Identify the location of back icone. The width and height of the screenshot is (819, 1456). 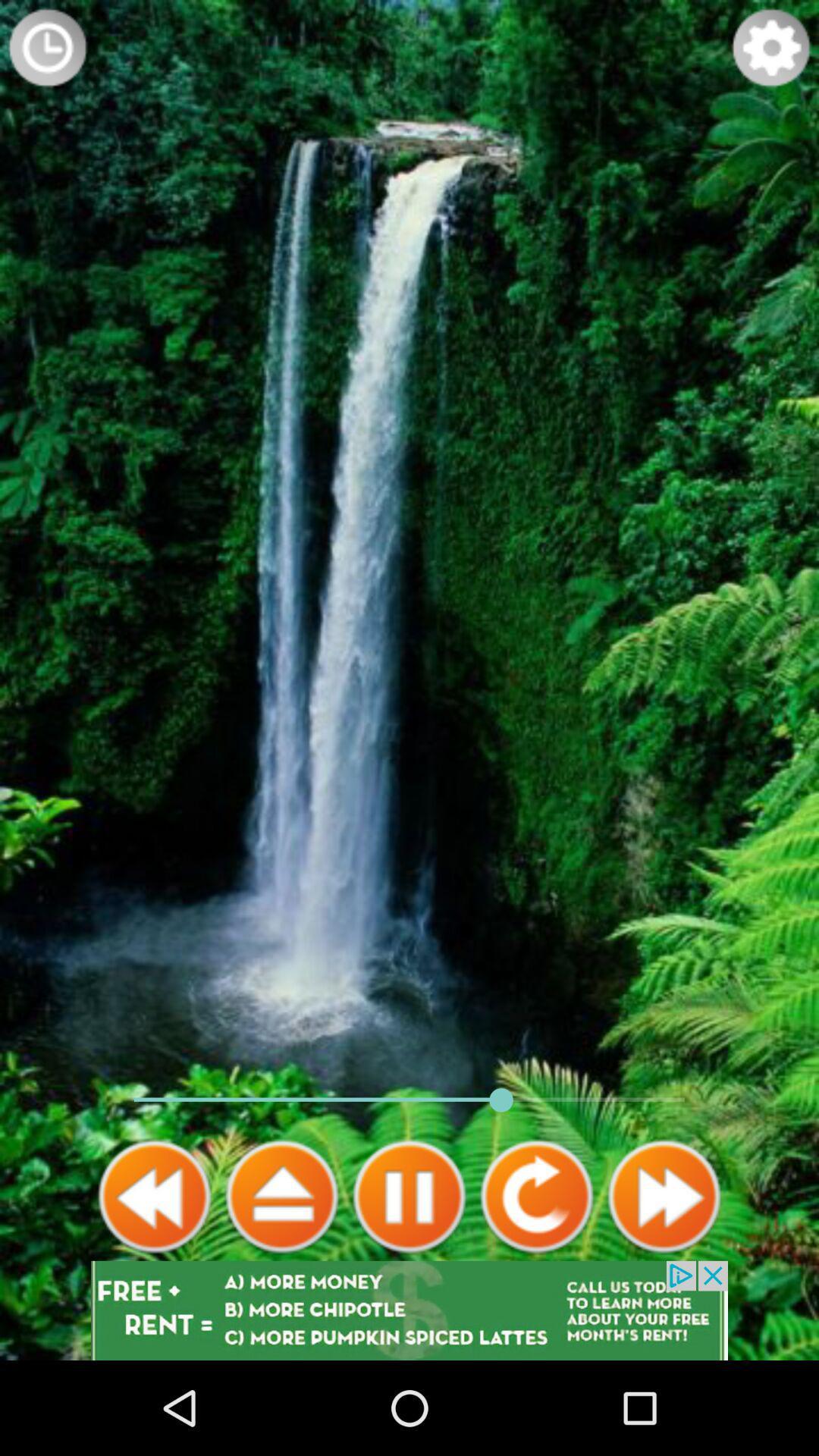
(155, 1196).